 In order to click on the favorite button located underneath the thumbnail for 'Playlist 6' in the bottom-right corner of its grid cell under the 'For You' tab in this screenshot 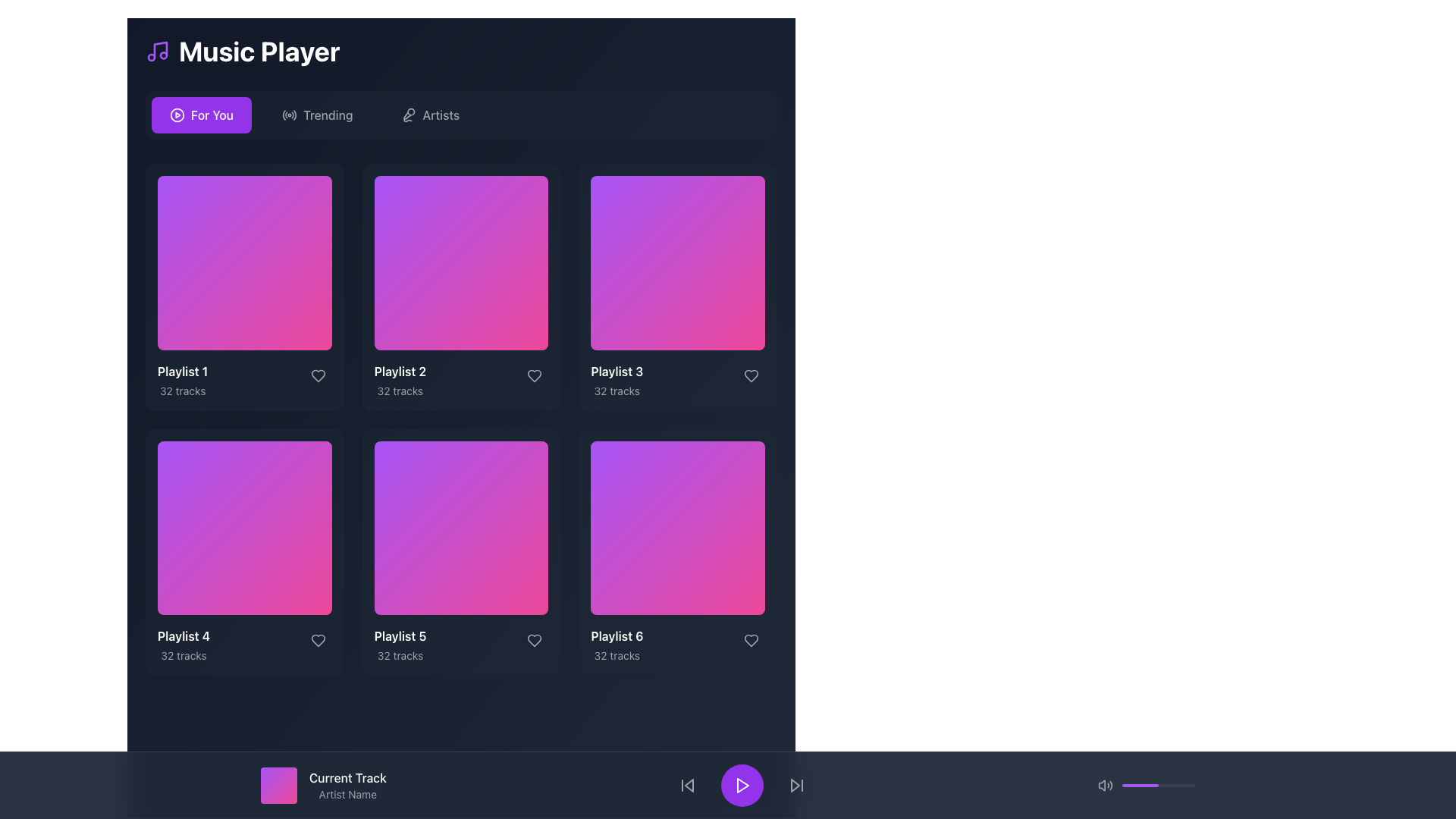, I will do `click(751, 641)`.